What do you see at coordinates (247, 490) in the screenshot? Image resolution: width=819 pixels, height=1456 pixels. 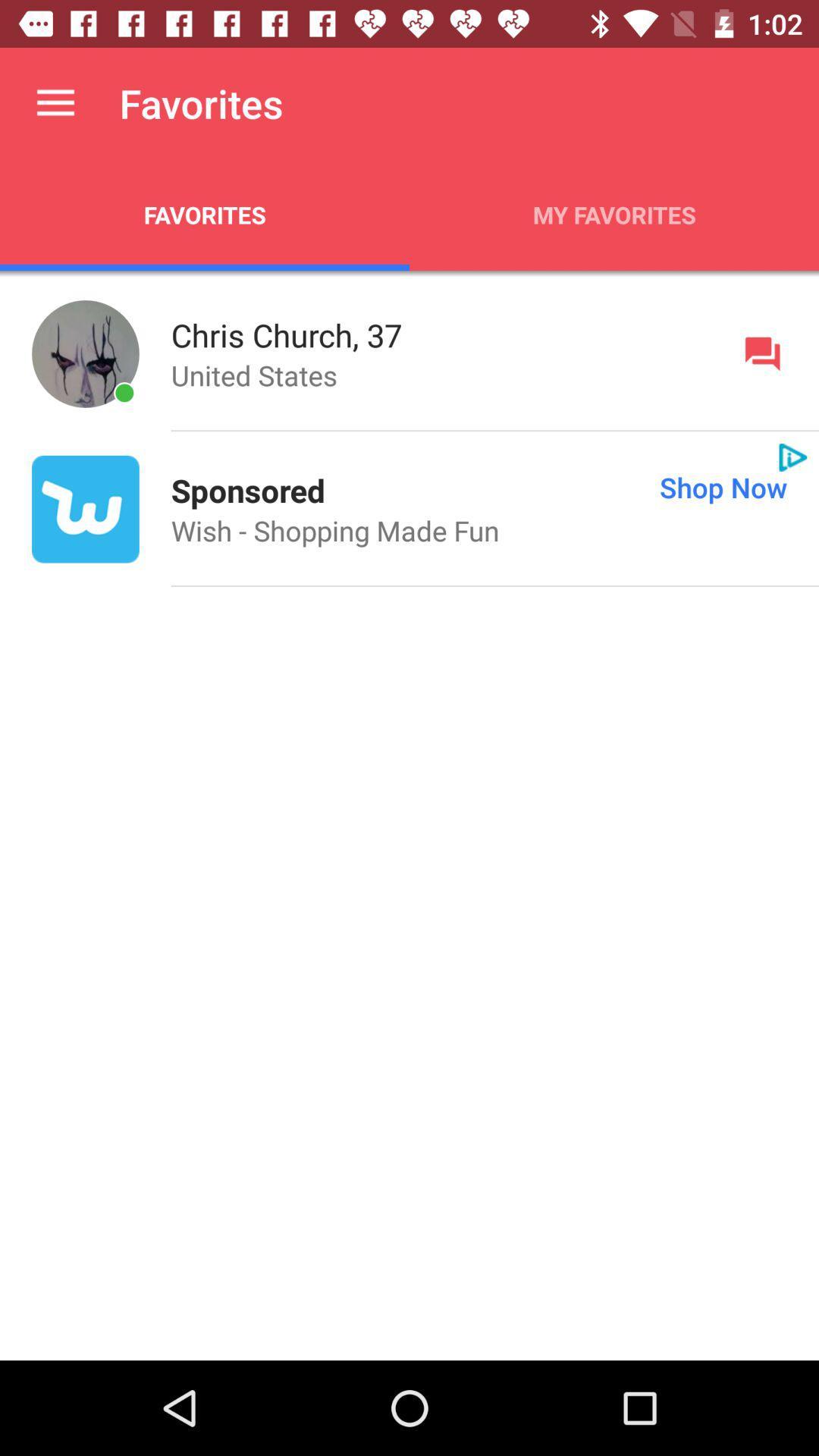 I see `the icon below united states` at bounding box center [247, 490].